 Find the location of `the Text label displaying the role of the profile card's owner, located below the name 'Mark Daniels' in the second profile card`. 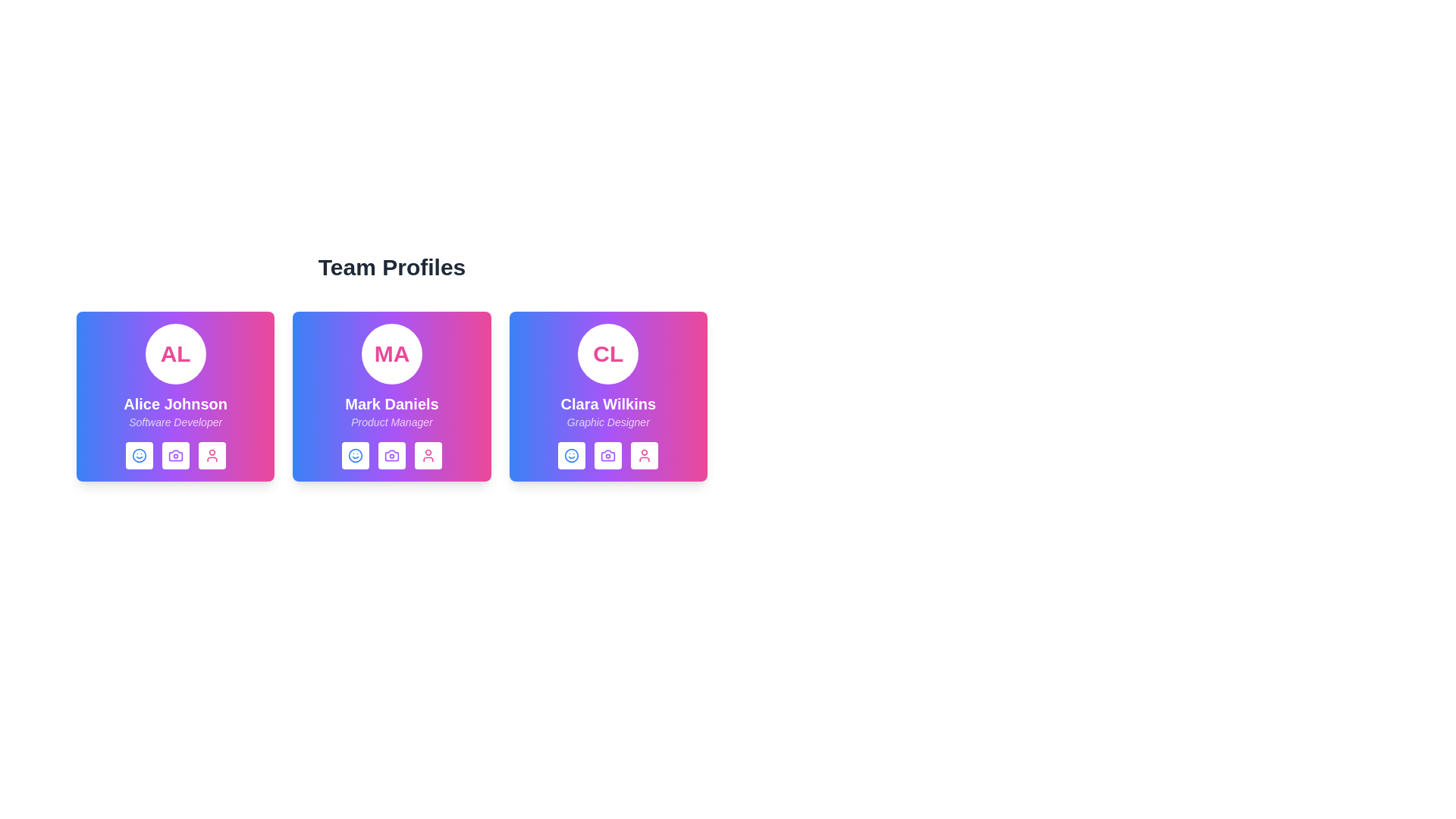

the Text label displaying the role of the profile card's owner, located below the name 'Mark Daniels' in the second profile card is located at coordinates (392, 422).